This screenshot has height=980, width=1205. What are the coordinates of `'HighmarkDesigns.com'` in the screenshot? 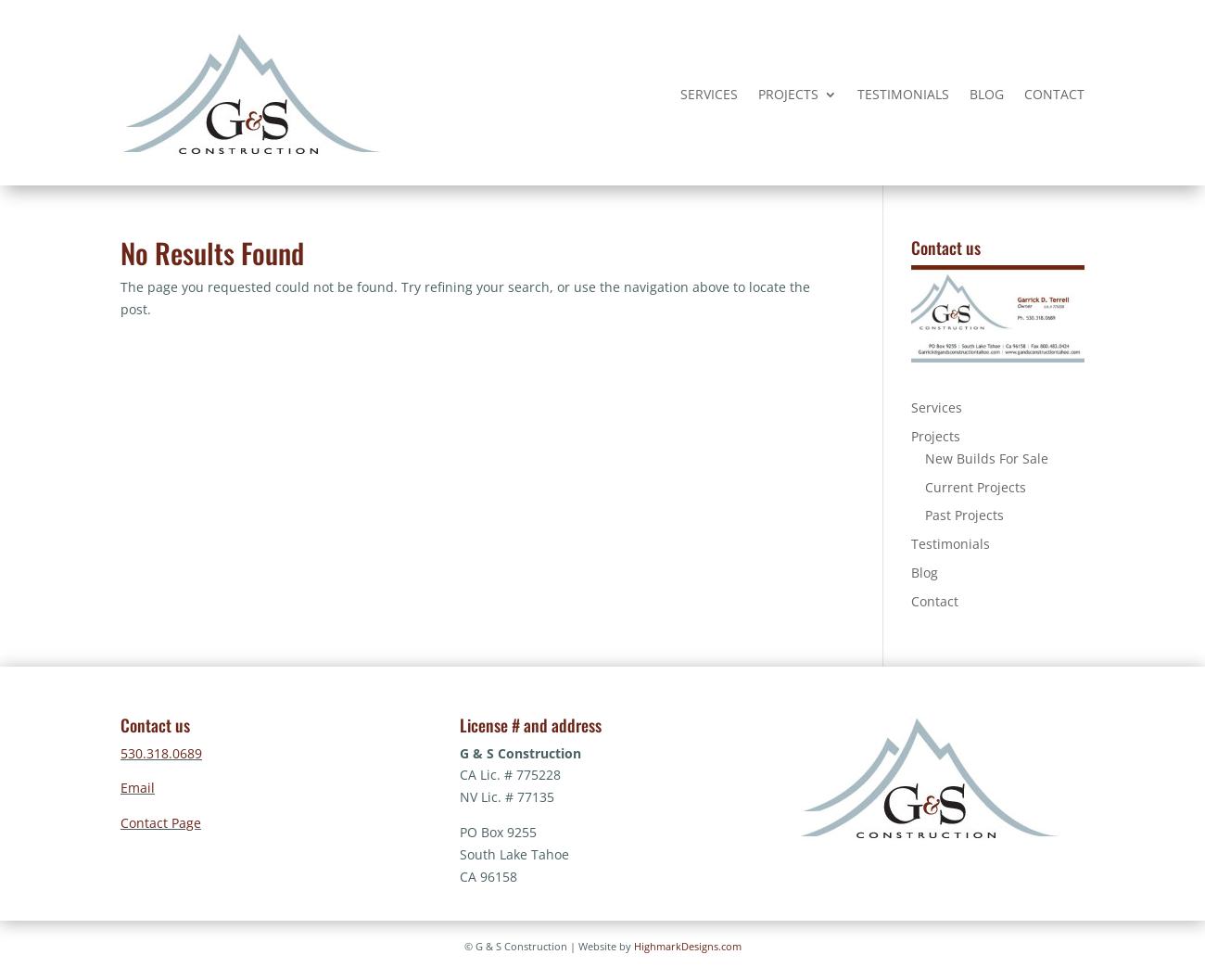 It's located at (686, 945).